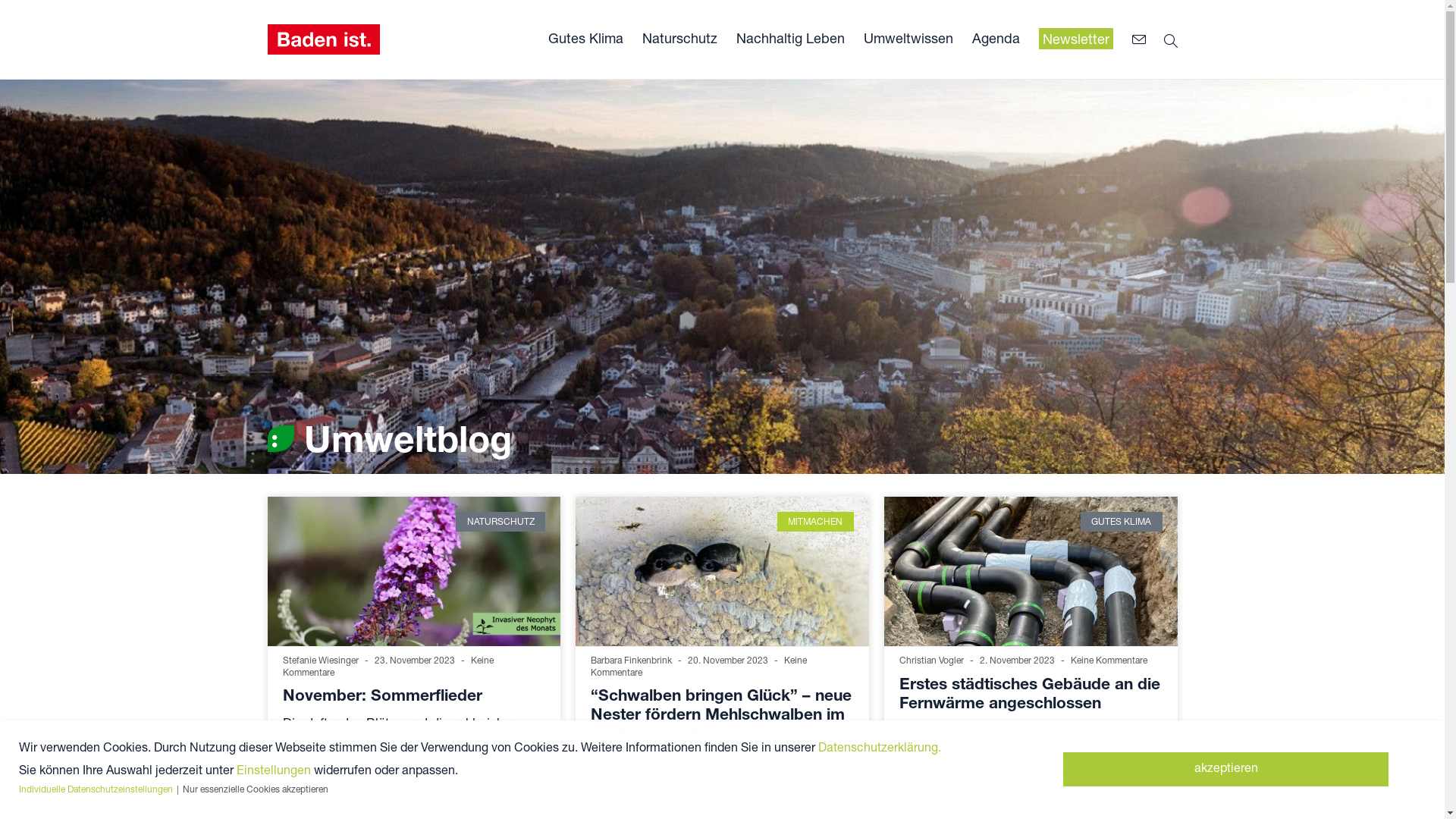  Describe the element at coordinates (789, 37) in the screenshot. I see `'Nachhaltig Leben'` at that location.